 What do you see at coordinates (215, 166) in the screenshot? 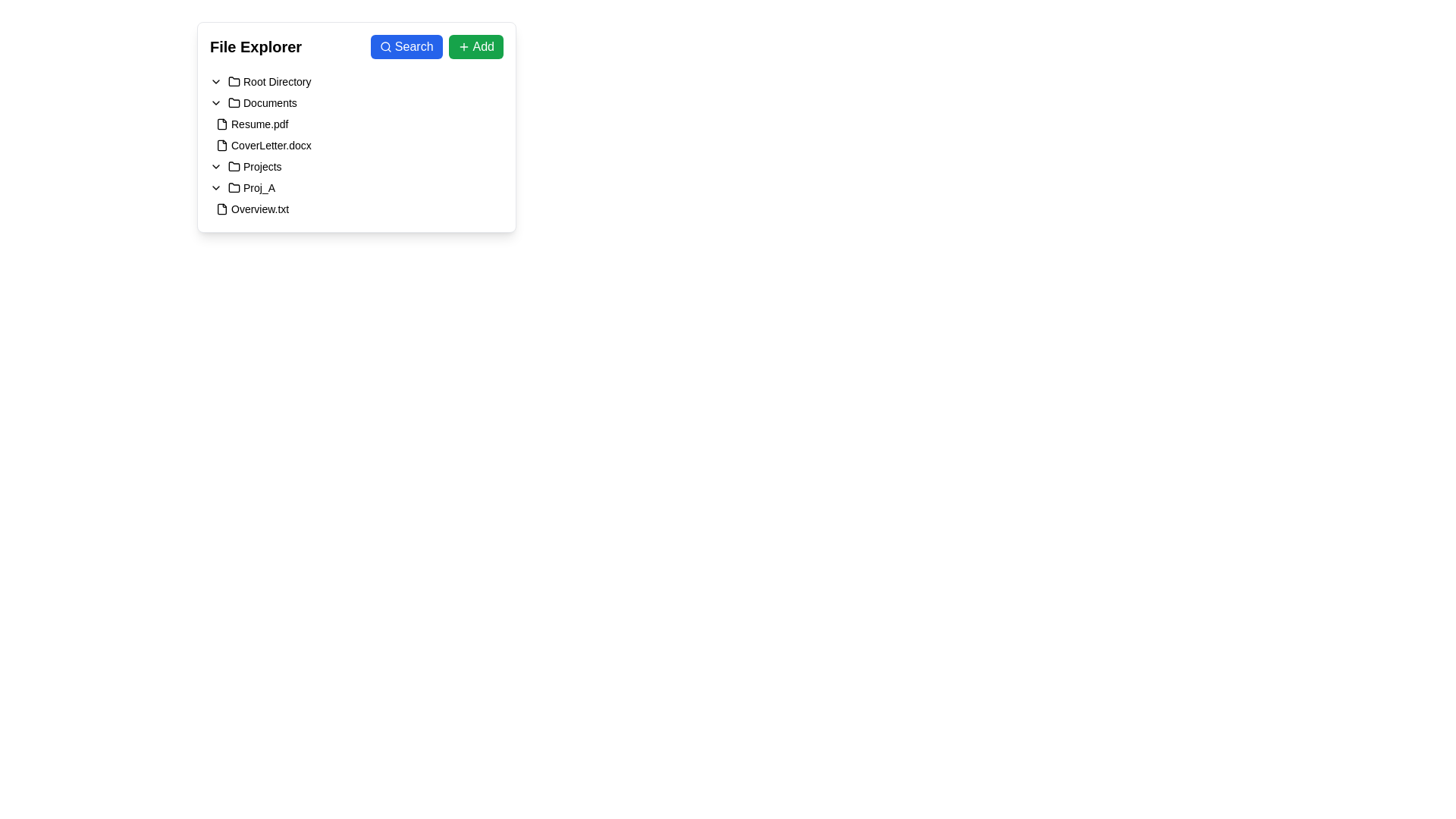
I see `the downwards-pointing chevron icon located to the left of the 'Projects' label in the file explorer interface` at bounding box center [215, 166].